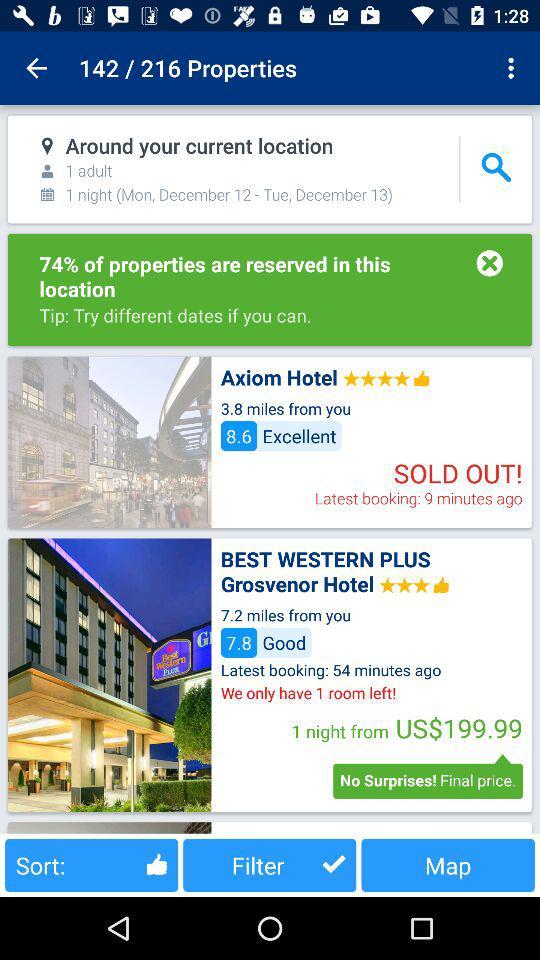 The width and height of the screenshot is (540, 960). I want to click on item next to 142 / 216 properties item, so click(36, 68).